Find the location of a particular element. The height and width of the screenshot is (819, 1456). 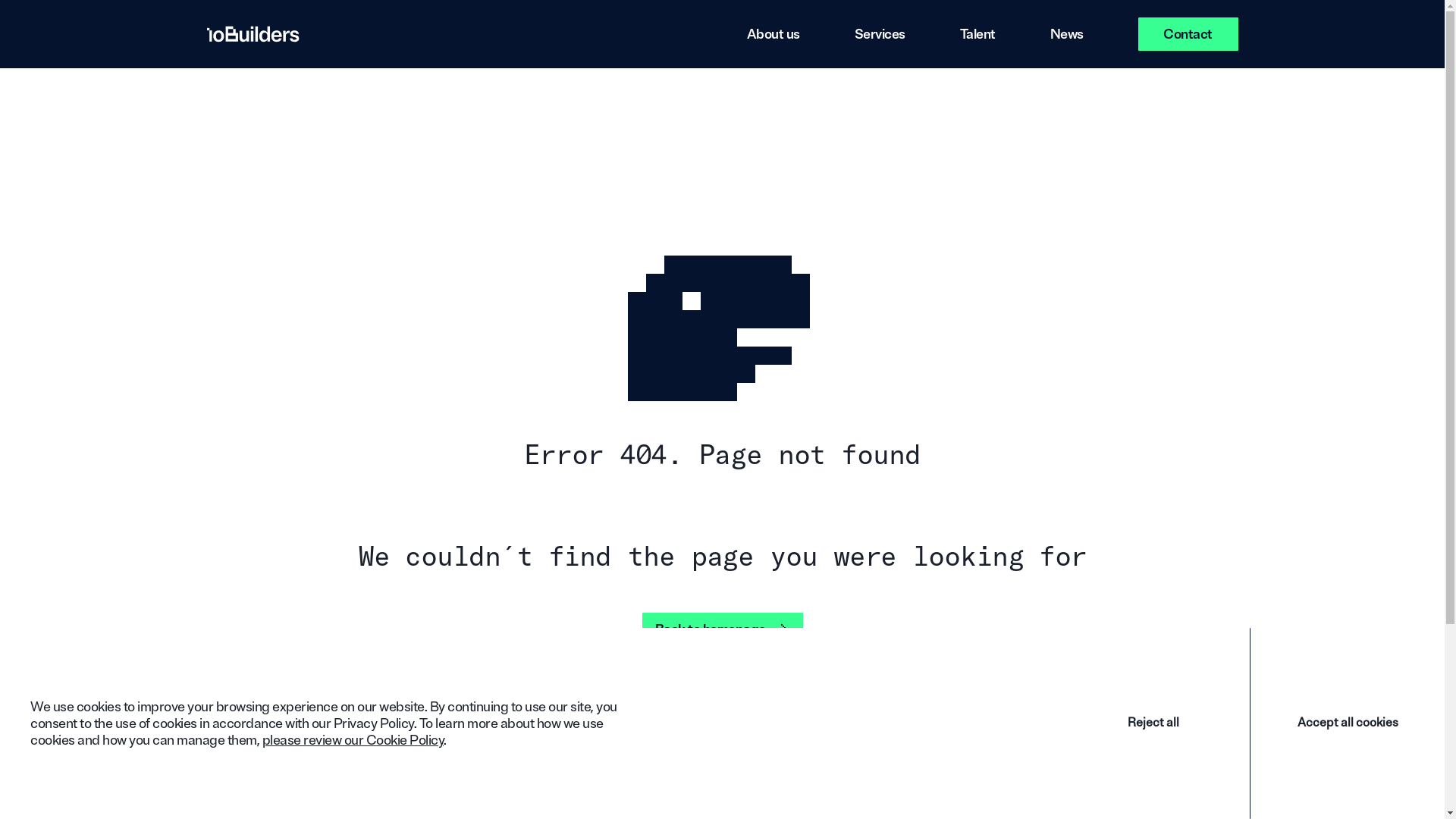

'News' is located at coordinates (1065, 34).